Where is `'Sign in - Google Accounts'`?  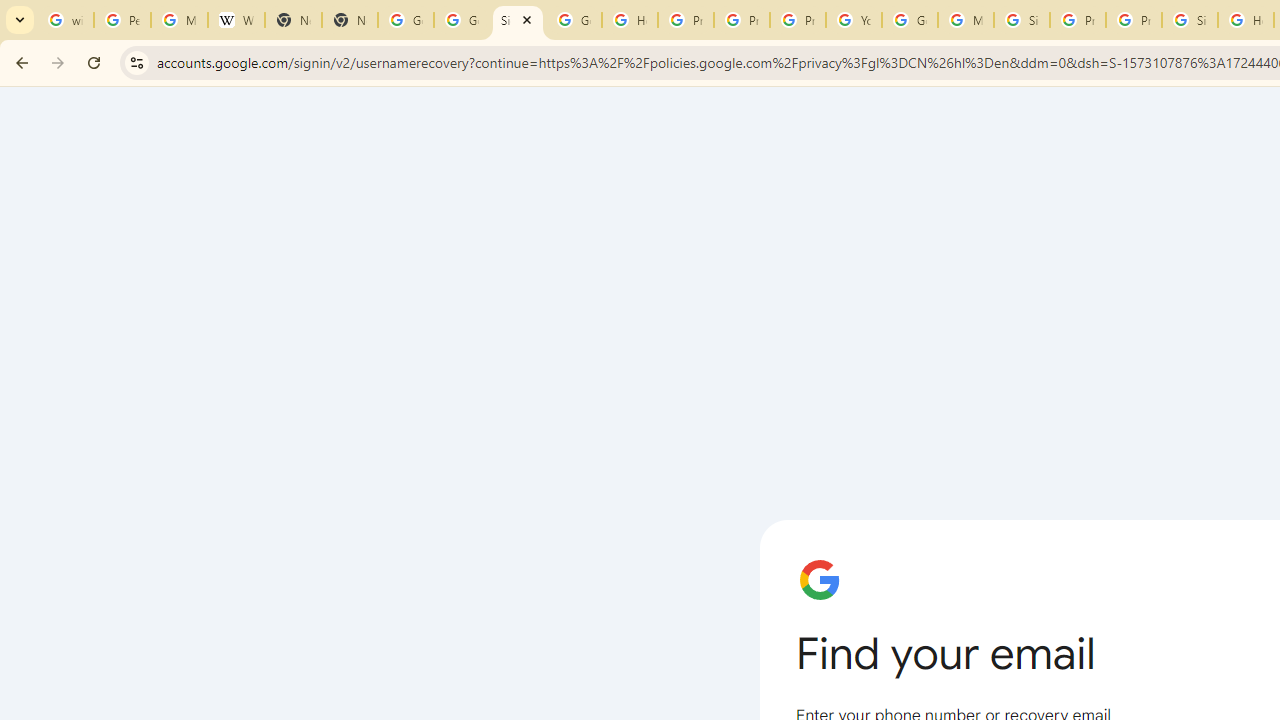 'Sign in - Google Accounts' is located at coordinates (1022, 20).